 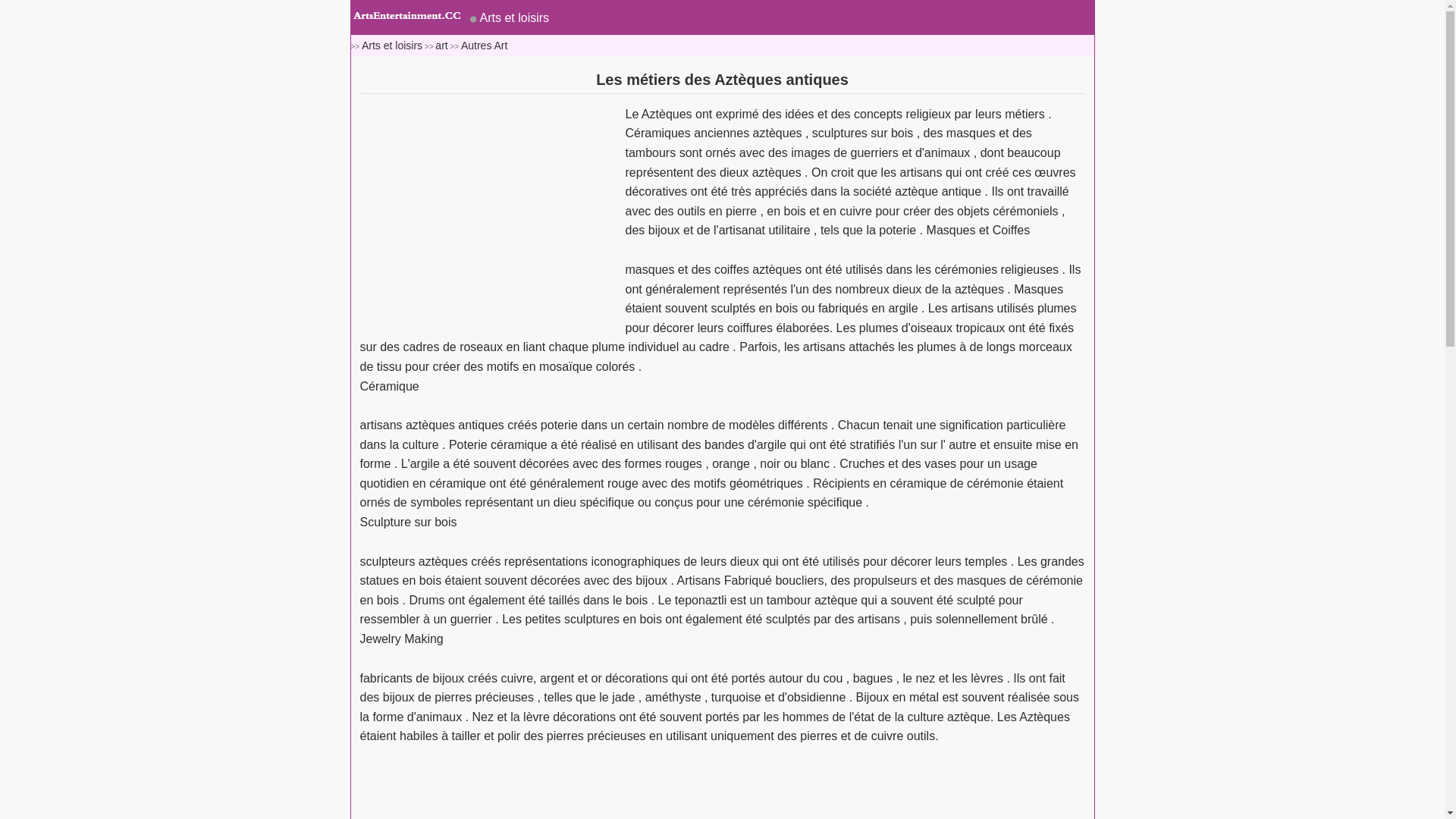 I want to click on 'Autres Art', so click(x=483, y=45).